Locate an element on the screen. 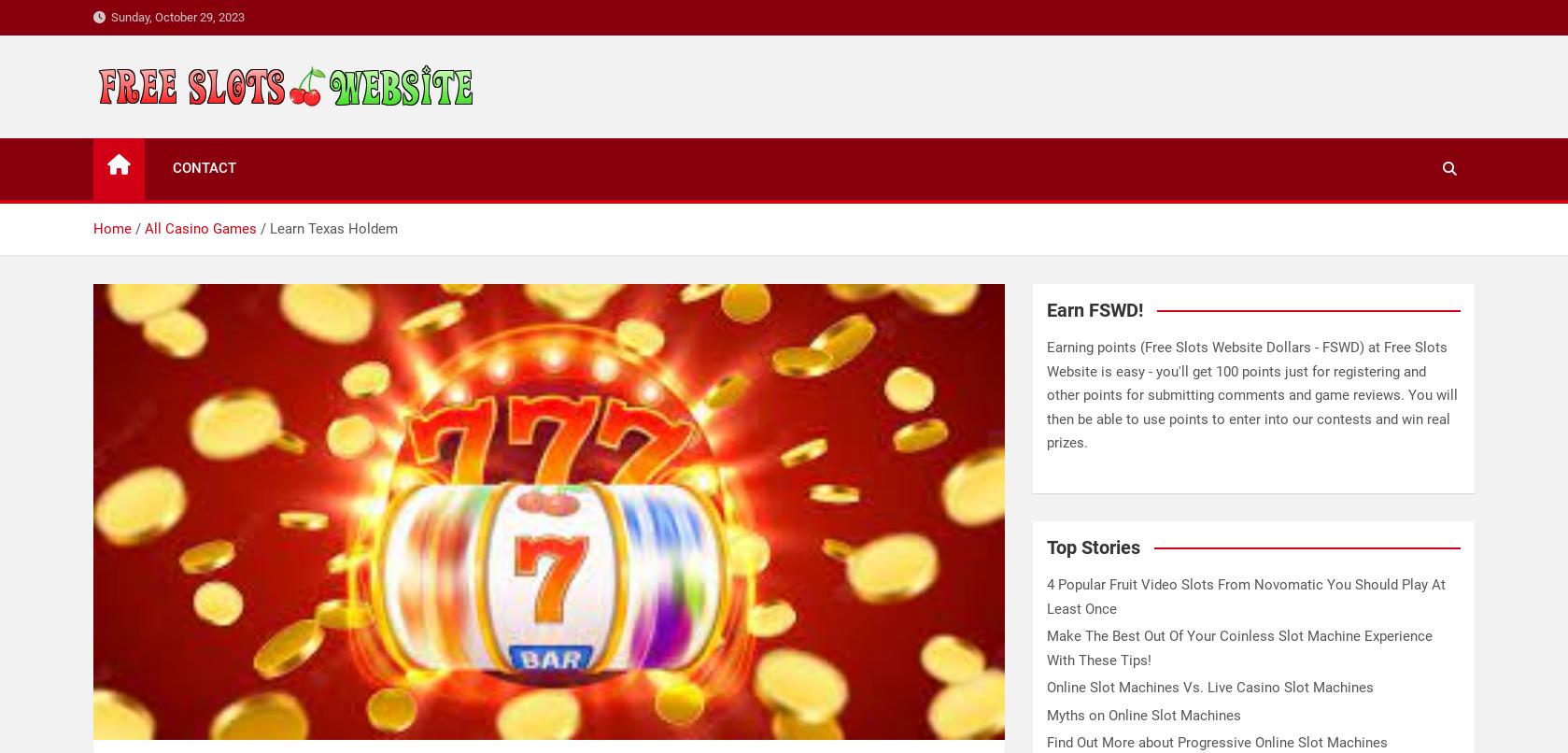 This screenshot has width=1568, height=753. 'Play all the best free online slot machine games at Free Slots Website' is located at coordinates (92, 182).